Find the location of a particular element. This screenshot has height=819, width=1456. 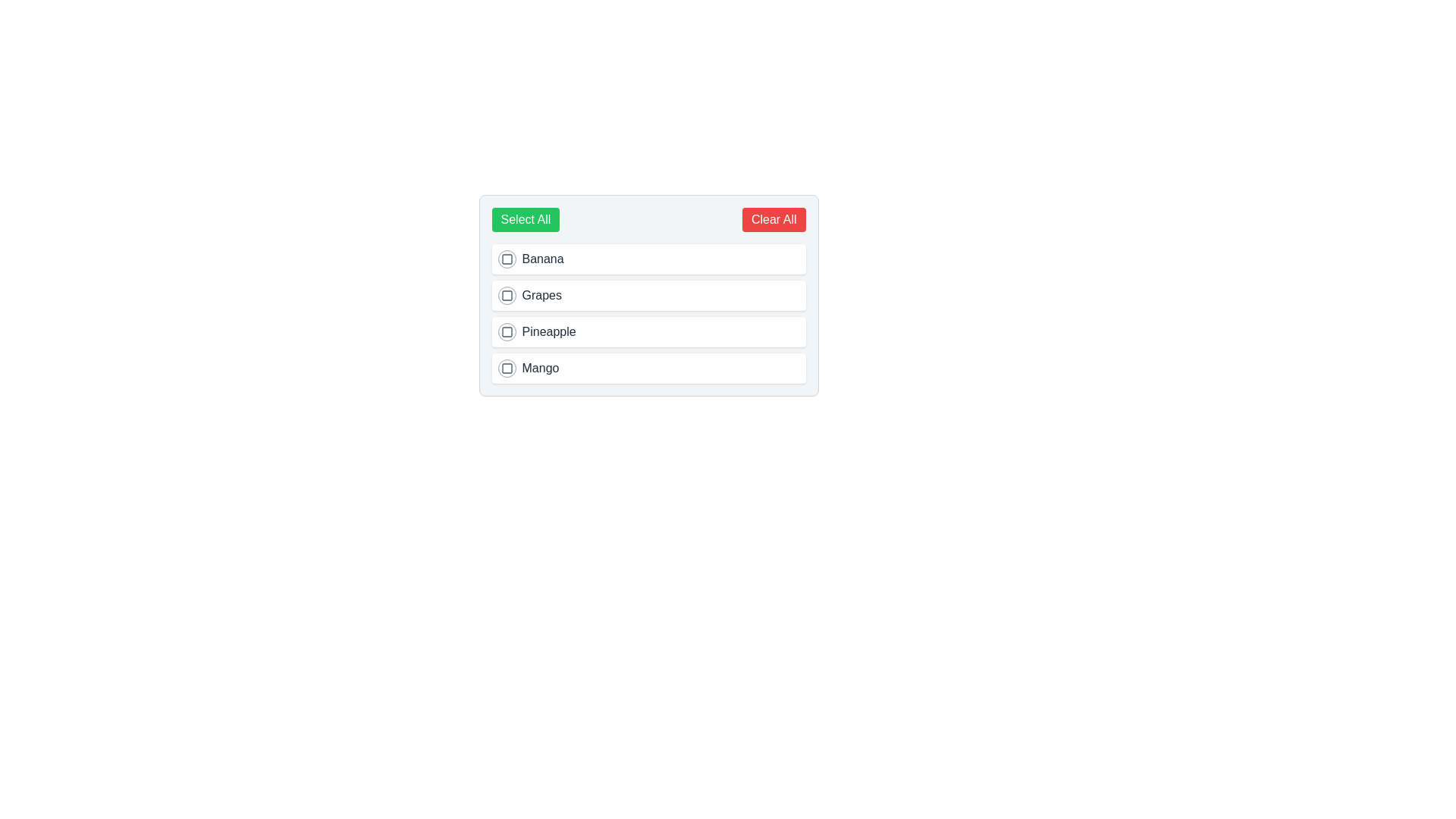

the checkbox for 'Banana' is located at coordinates (507, 259).